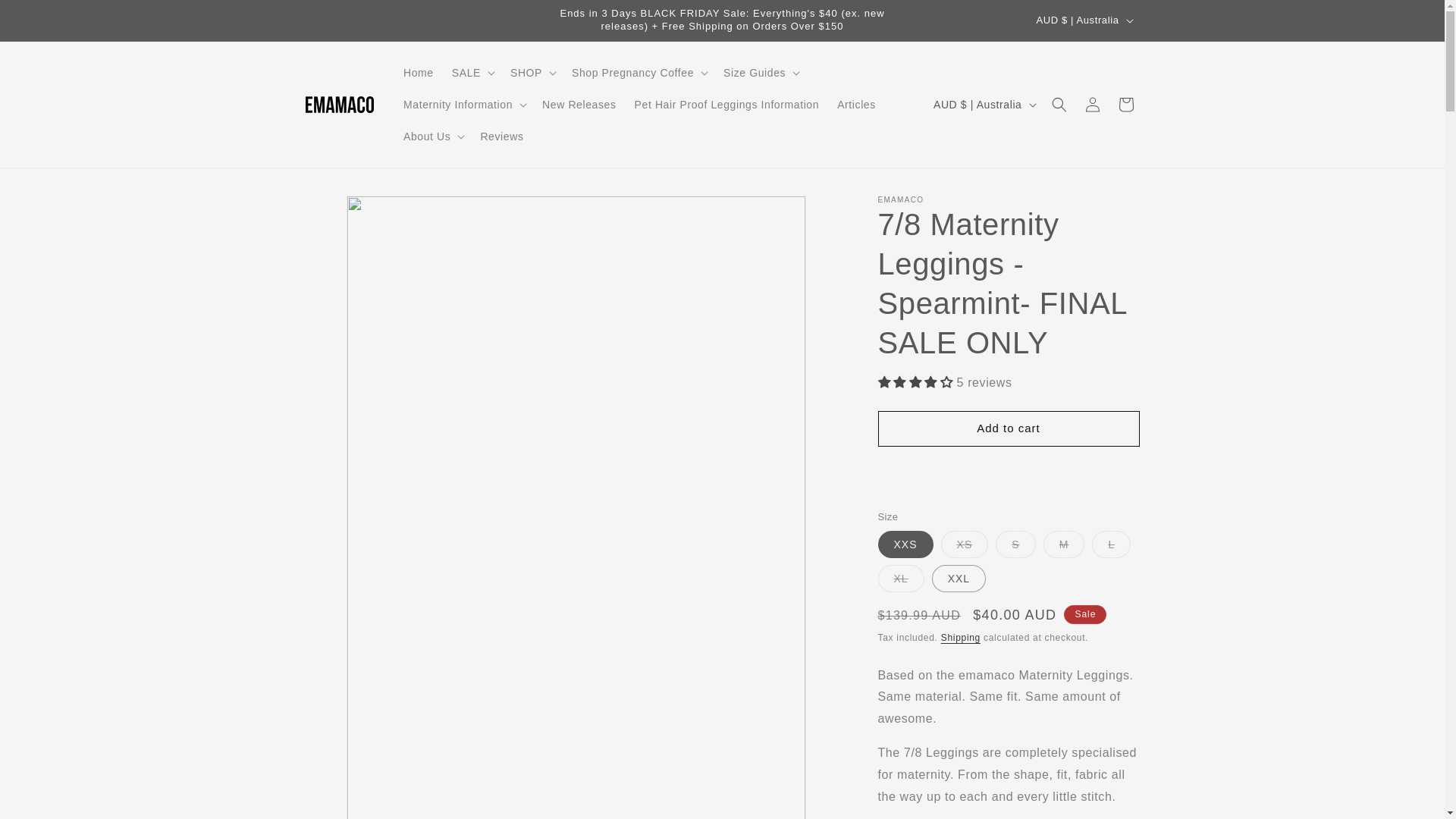 The image size is (1456, 819). I want to click on 'Articles', so click(856, 104).